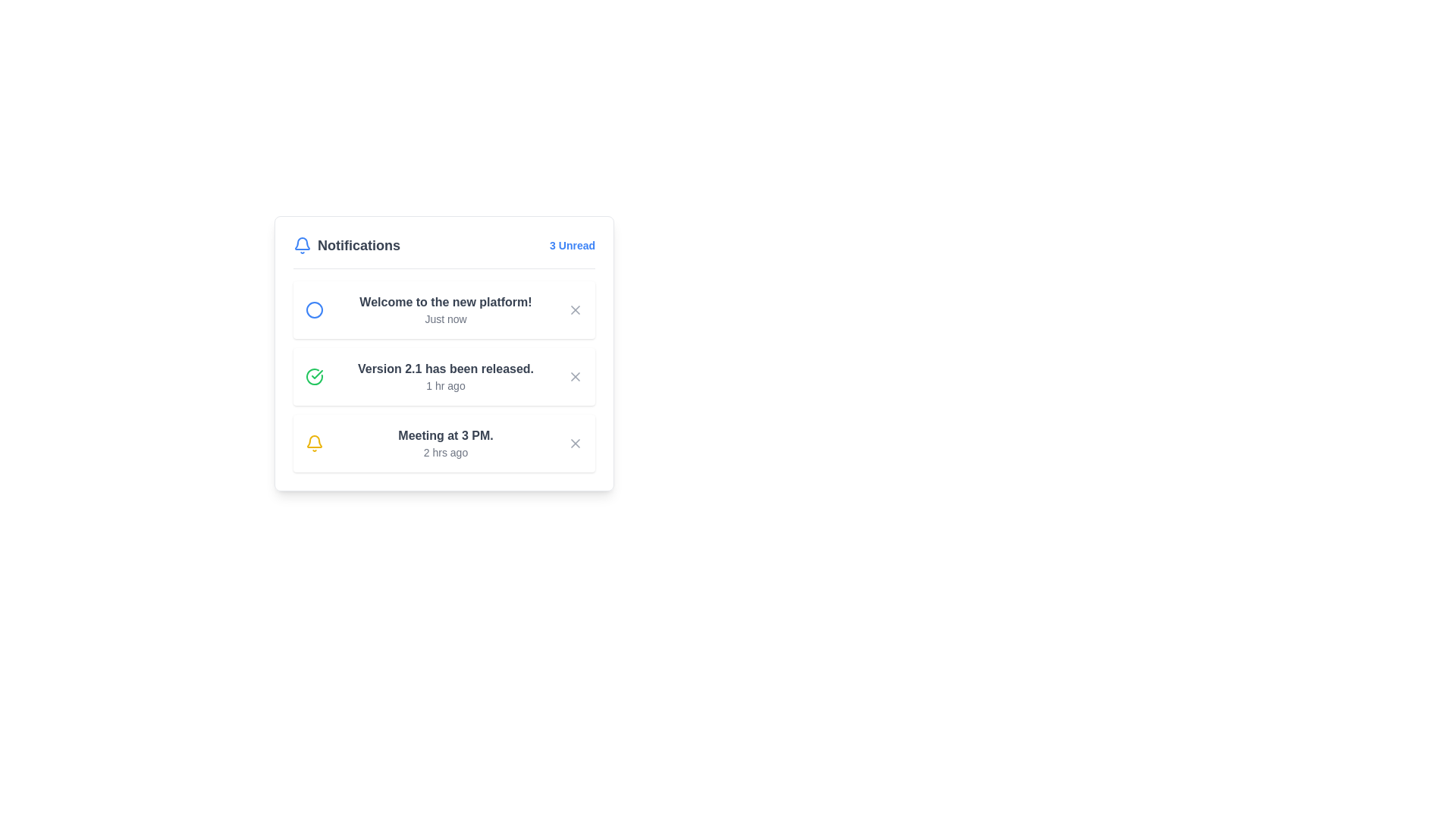  What do you see at coordinates (443, 250) in the screenshot?
I see `the information of the Notifications header bar which contains a bell icon on the left, the text 'Notifications' in the center, and '3 Unread' on the right` at bounding box center [443, 250].